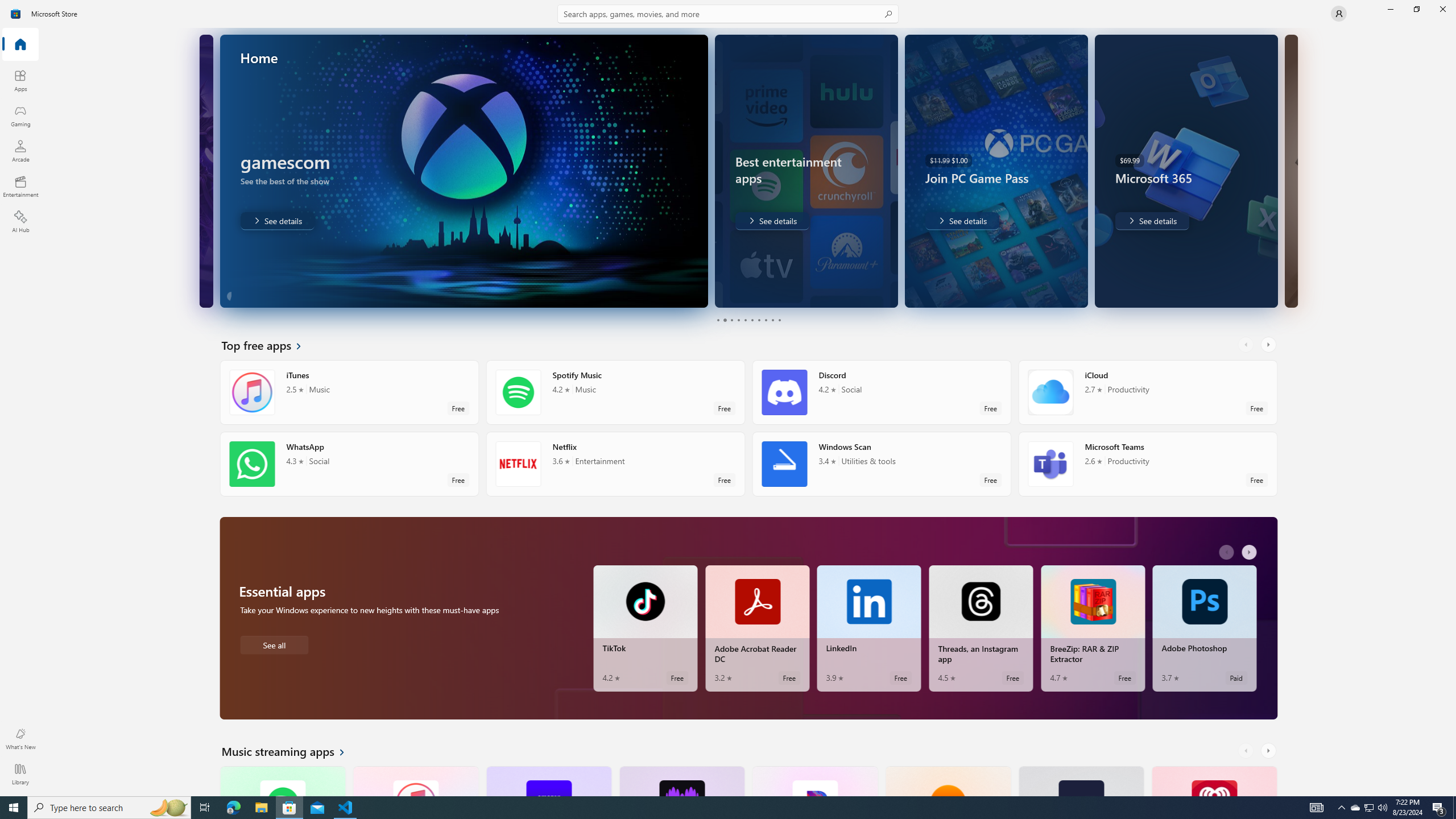 This screenshot has height=819, width=1456. What do you see at coordinates (349, 464) in the screenshot?
I see `'WhatsApp. Average rating of 4.3 out of five stars. Free  '` at bounding box center [349, 464].